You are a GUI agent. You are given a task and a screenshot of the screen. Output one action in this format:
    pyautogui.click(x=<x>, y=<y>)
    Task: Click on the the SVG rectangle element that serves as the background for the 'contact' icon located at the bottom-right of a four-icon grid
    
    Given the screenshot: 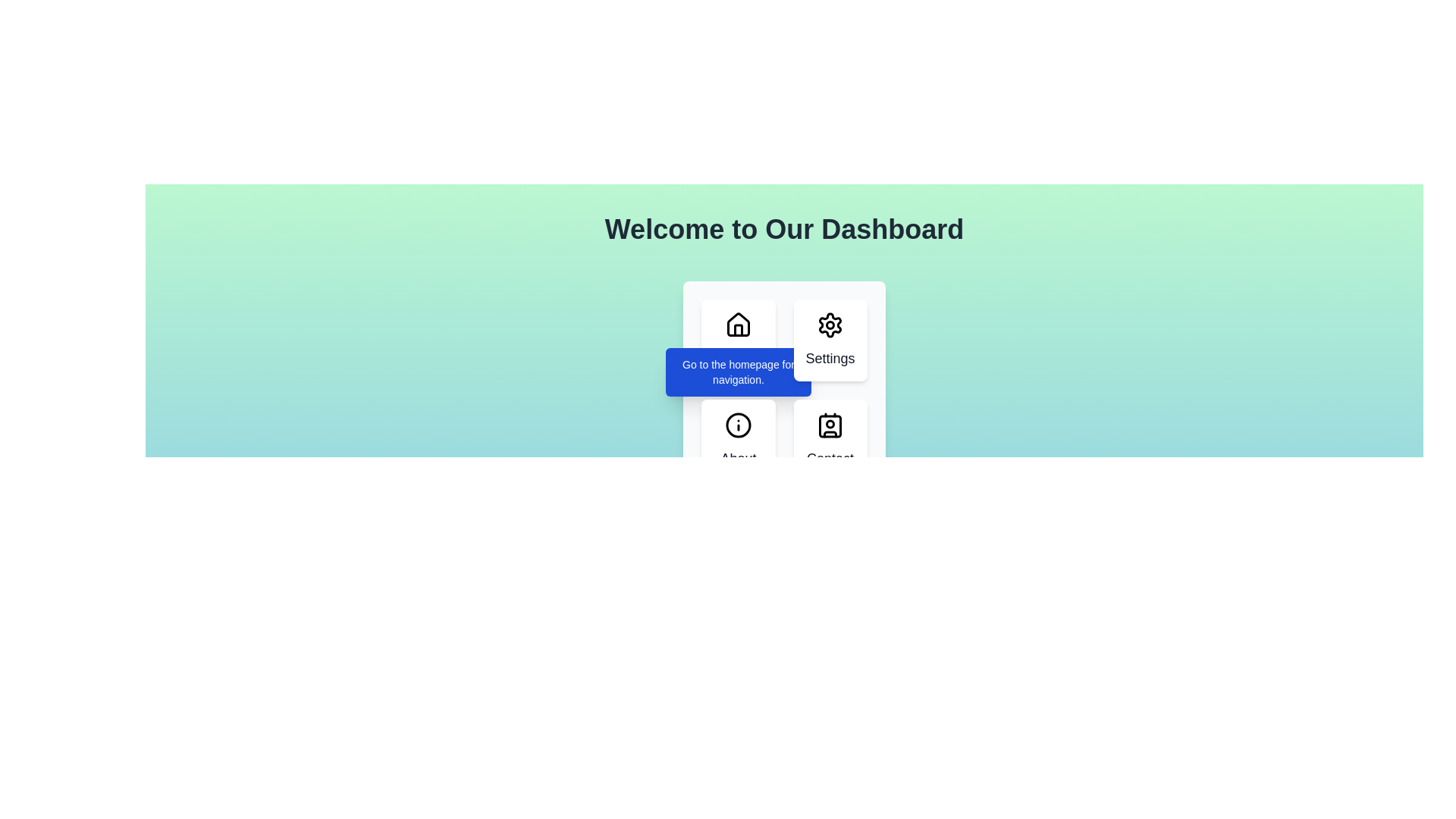 What is the action you would take?
    pyautogui.click(x=829, y=426)
    